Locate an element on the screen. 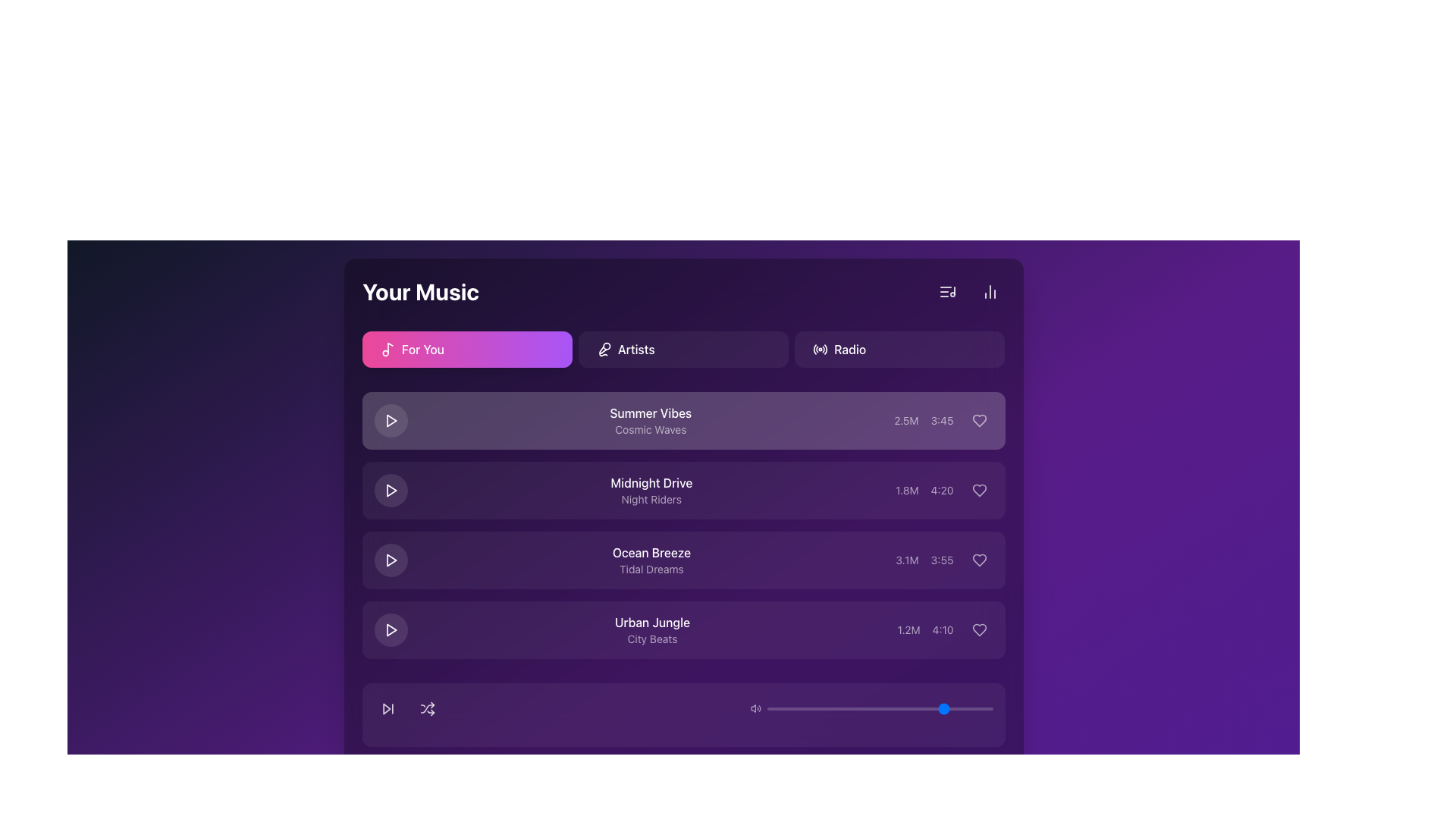 This screenshot has height=819, width=1456. the song title text label located near the top-left corner of the song list section, which is right of the play button icon and above the subtitle 'Cosmic Waves' is located at coordinates (651, 413).